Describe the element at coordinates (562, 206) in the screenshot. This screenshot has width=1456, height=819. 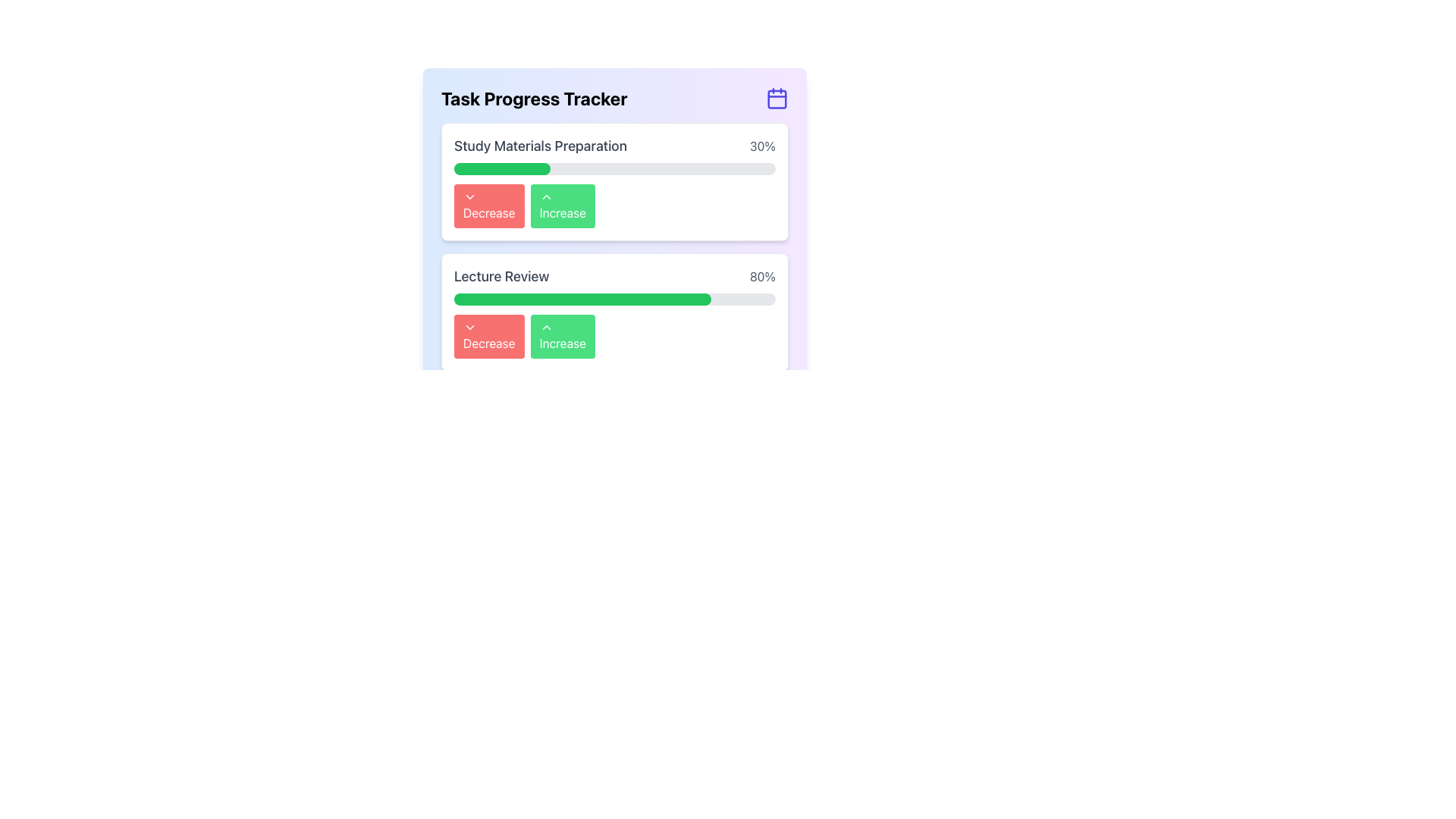
I see `the button that increases the value for 'Study Materials Preparation', located to the right of the red 'Decrease' button` at that location.